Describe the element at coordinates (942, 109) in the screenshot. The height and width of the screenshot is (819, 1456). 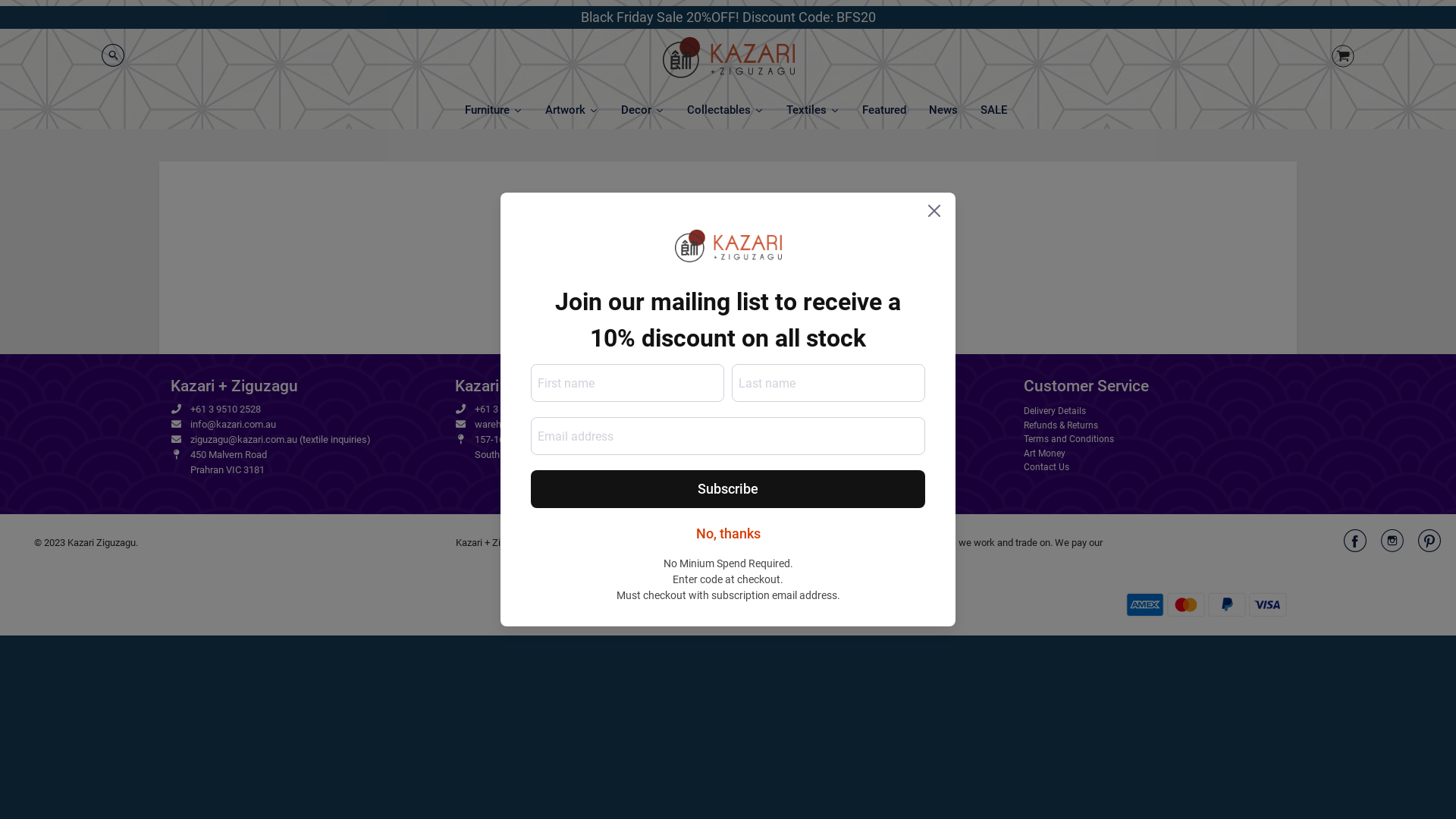
I see `'News'` at that location.